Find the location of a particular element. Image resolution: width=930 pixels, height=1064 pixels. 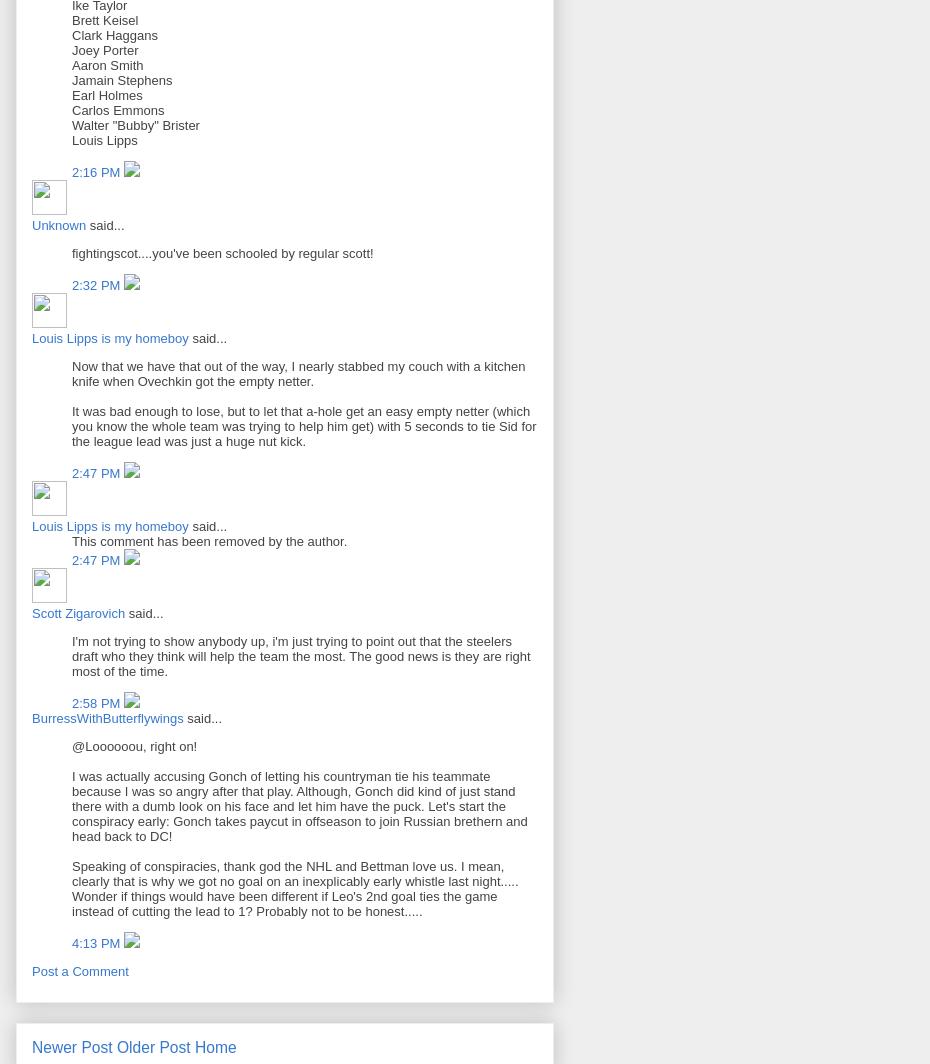

'4:13 PM' is located at coordinates (70, 943).